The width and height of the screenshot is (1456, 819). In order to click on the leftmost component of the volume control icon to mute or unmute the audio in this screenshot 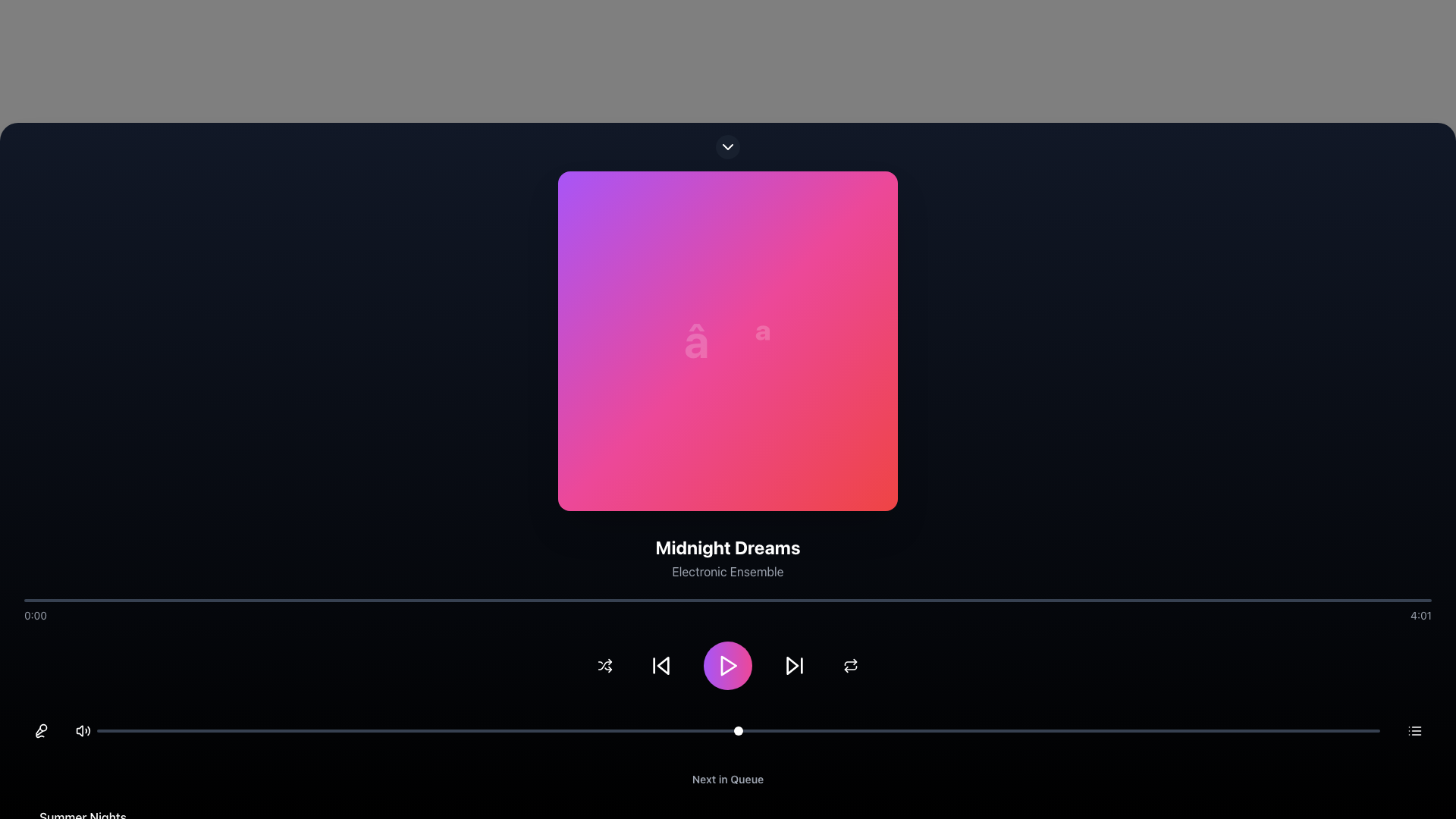, I will do `click(79, 730)`.